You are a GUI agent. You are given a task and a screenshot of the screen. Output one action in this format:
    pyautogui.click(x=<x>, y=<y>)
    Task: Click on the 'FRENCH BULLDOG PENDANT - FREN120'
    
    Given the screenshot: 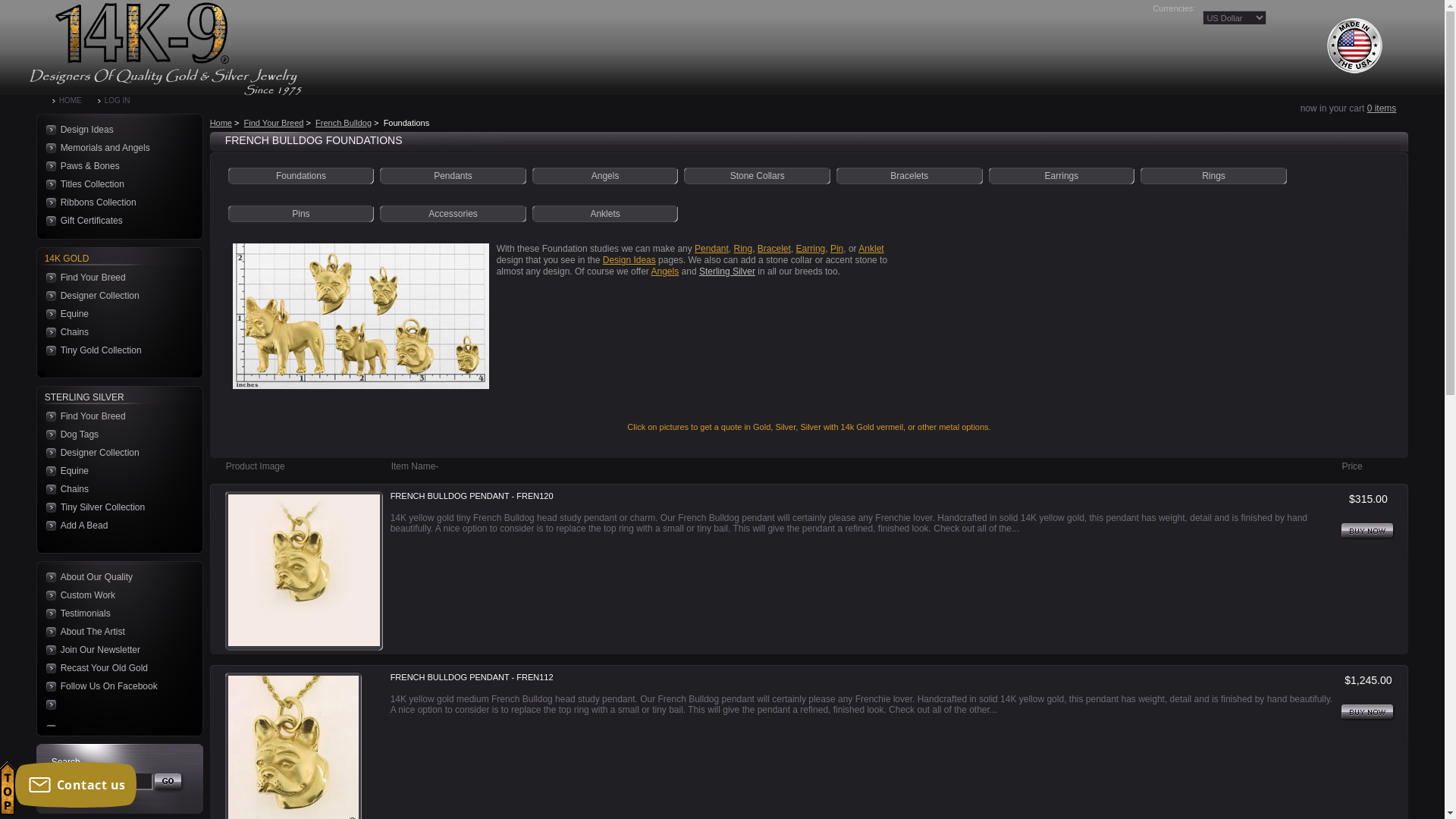 What is the action you would take?
    pyautogui.click(x=471, y=497)
    